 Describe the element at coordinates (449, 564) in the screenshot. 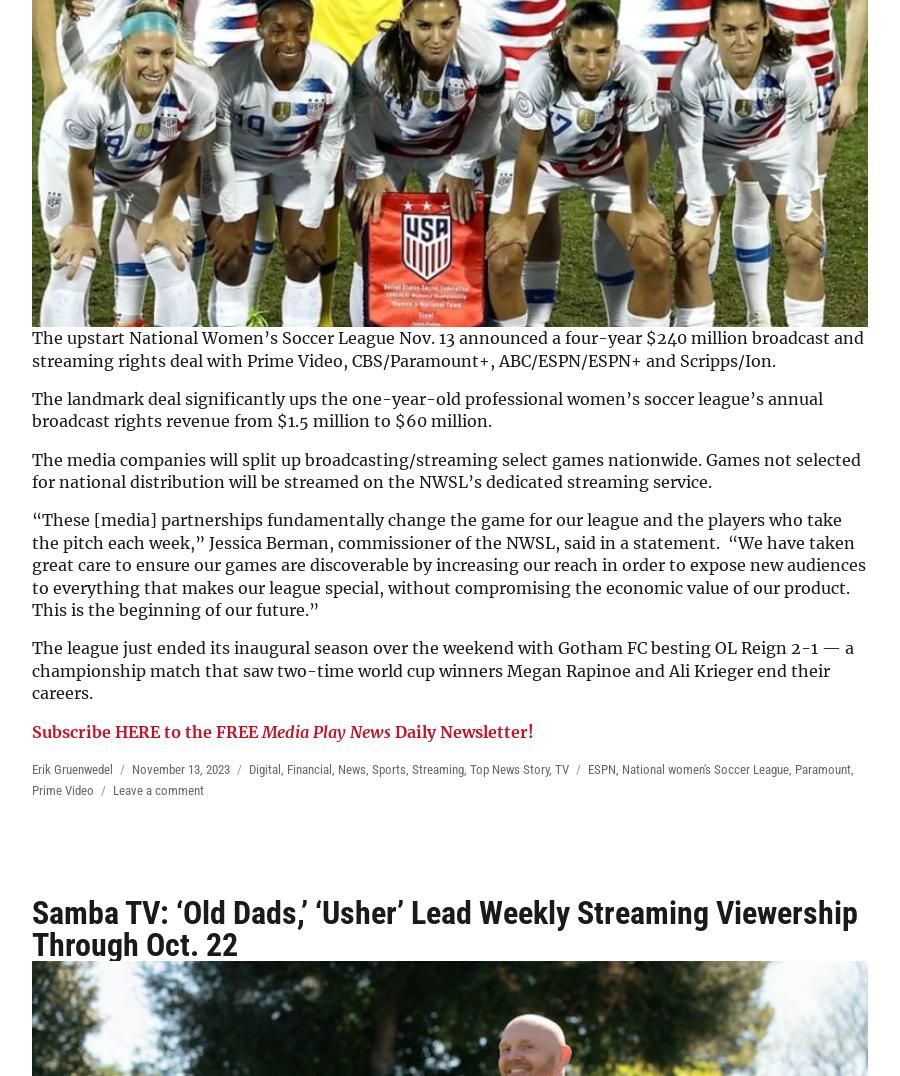

I see `'“These [media] partnerships fundamentally change the game for our league and the players who take the pitch each week,” Jessica Berman, commissioner of the NWSL, said in a statement.  “We have taken great care to ensure our games are discoverable by increasing our reach in order to expose new audiences to everything that makes our league special, without compromising the economic value of our product. This is the beginning of our future.”'` at that location.